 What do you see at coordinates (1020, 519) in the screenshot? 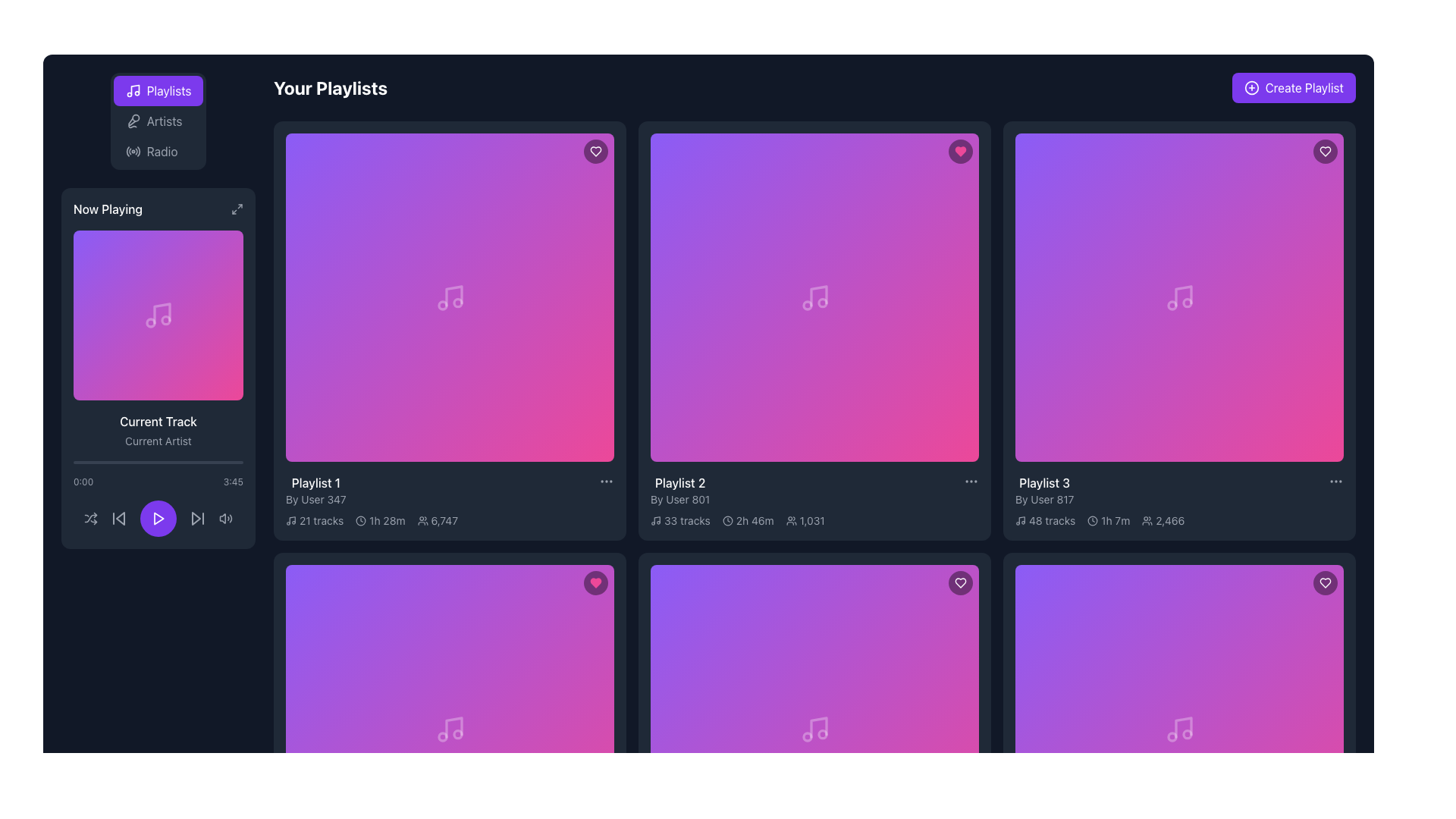
I see `the music icon located to the left of the text '48 tracks' within the description of a playlist item in the 'Your Playlists' section` at bounding box center [1020, 519].